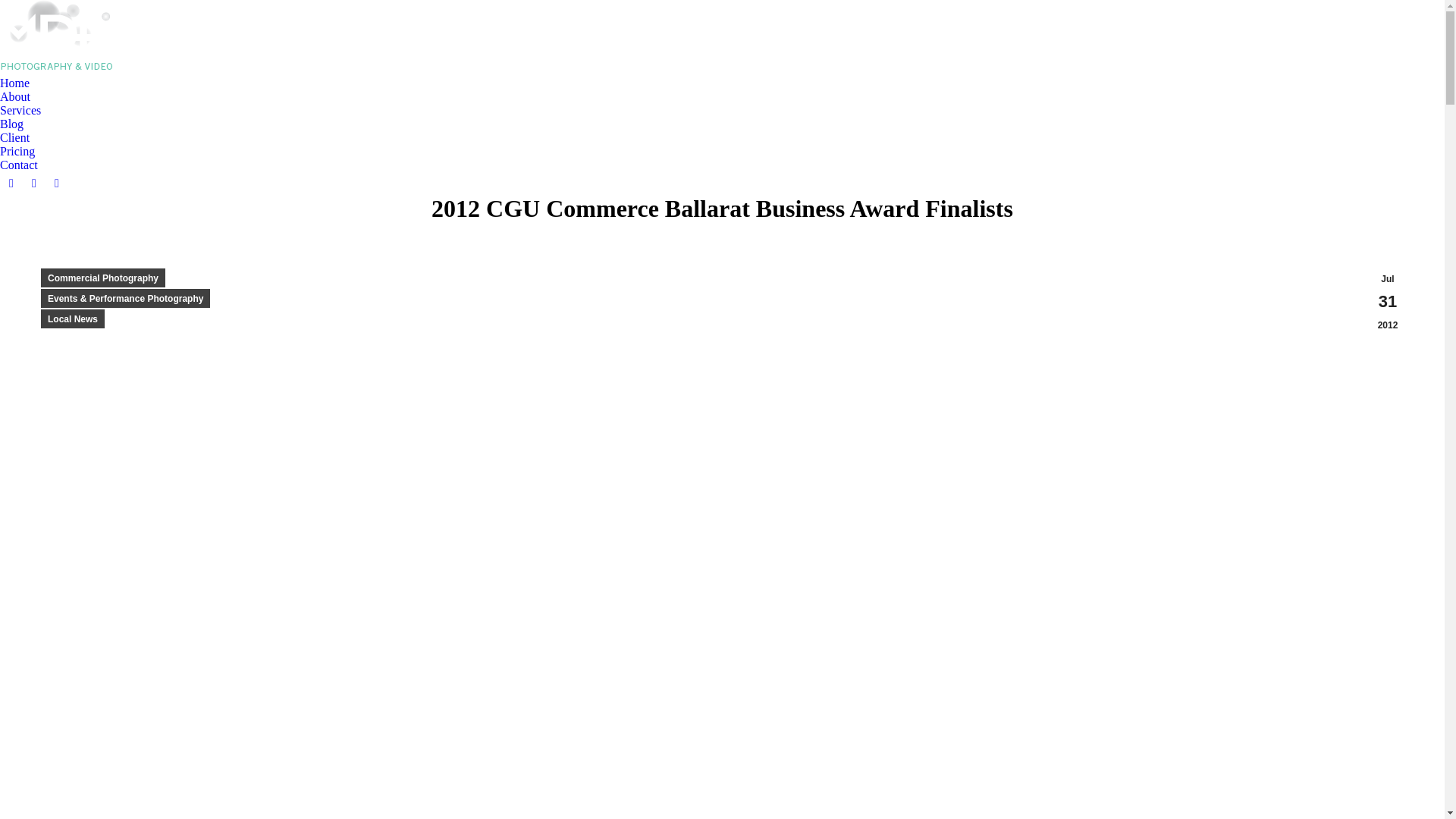  I want to click on 'Blog', so click(11, 124).